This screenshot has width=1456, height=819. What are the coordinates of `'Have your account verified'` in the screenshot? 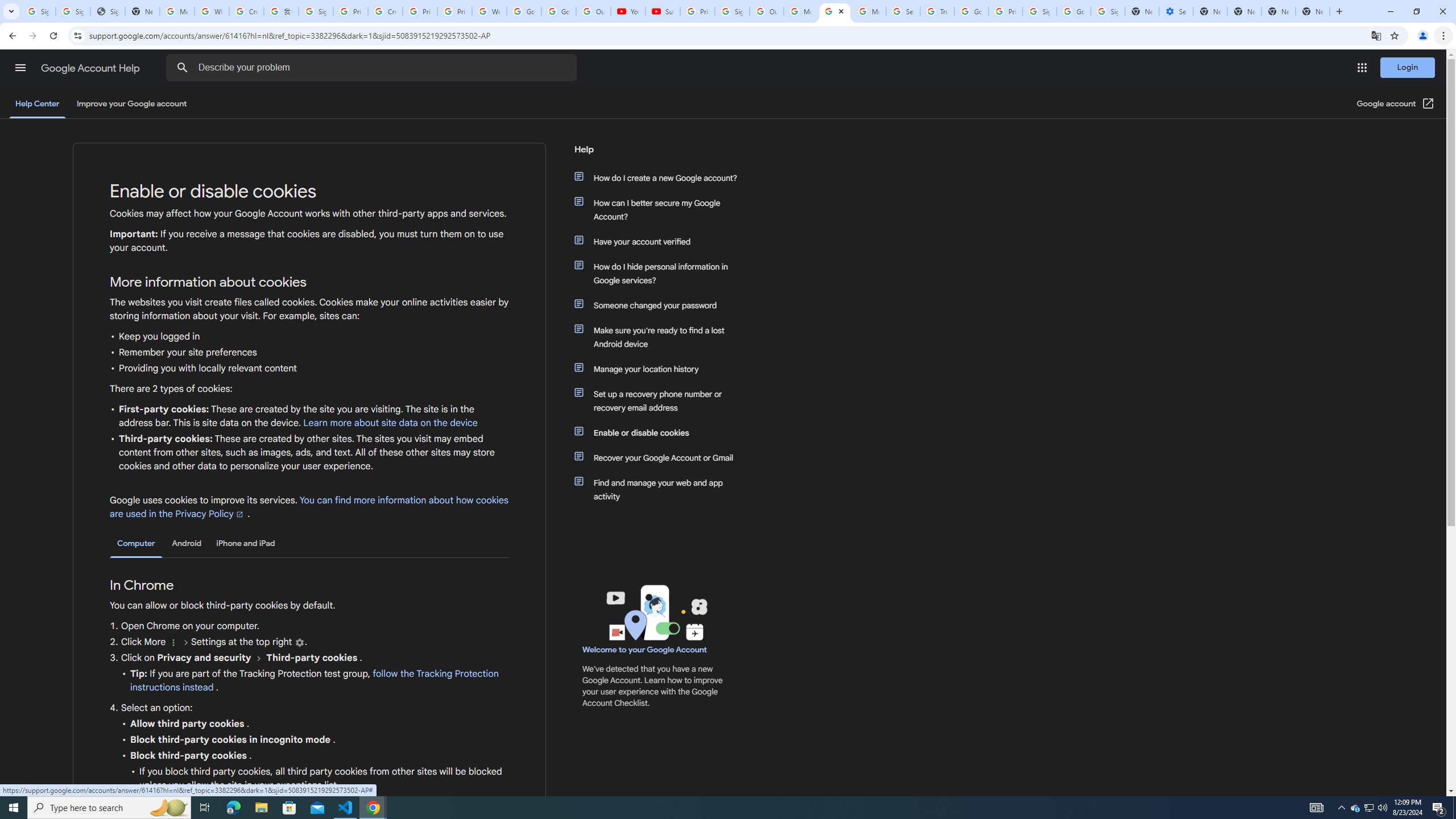 It's located at (661, 241).